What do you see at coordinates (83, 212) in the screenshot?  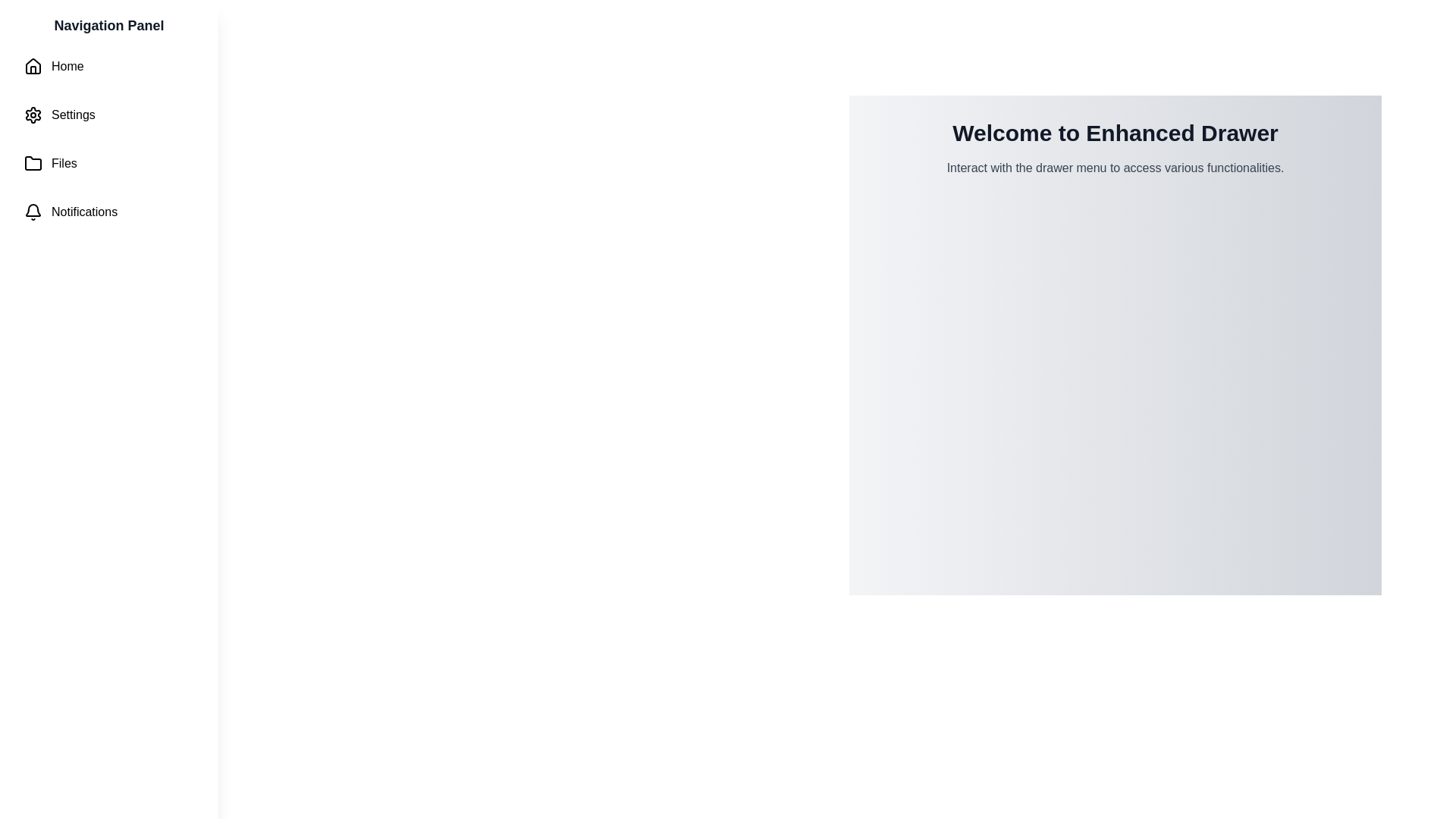 I see `the 'Notifications' text label located in the left-side navigation panel below 'Home', 'Settings', and 'Files', which is adjacent to a bell icon` at bounding box center [83, 212].